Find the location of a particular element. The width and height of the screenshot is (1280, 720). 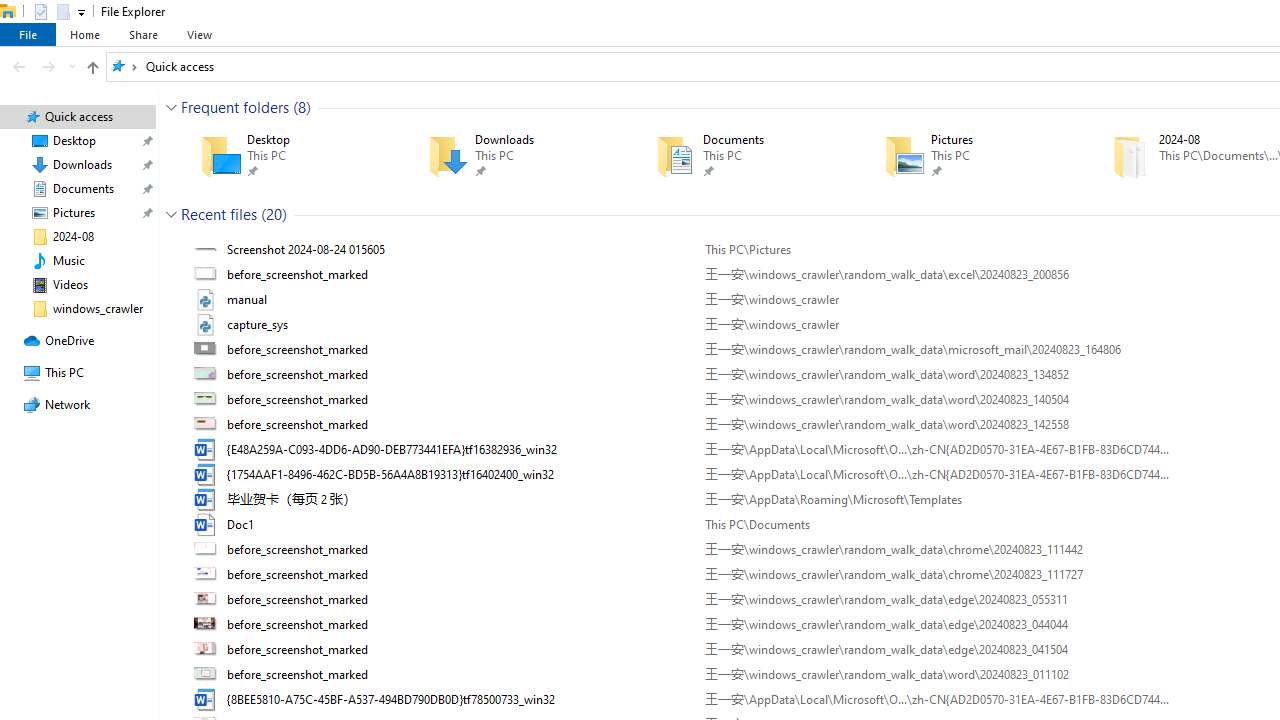

'Navigation buttons' is located at coordinates (42, 65).